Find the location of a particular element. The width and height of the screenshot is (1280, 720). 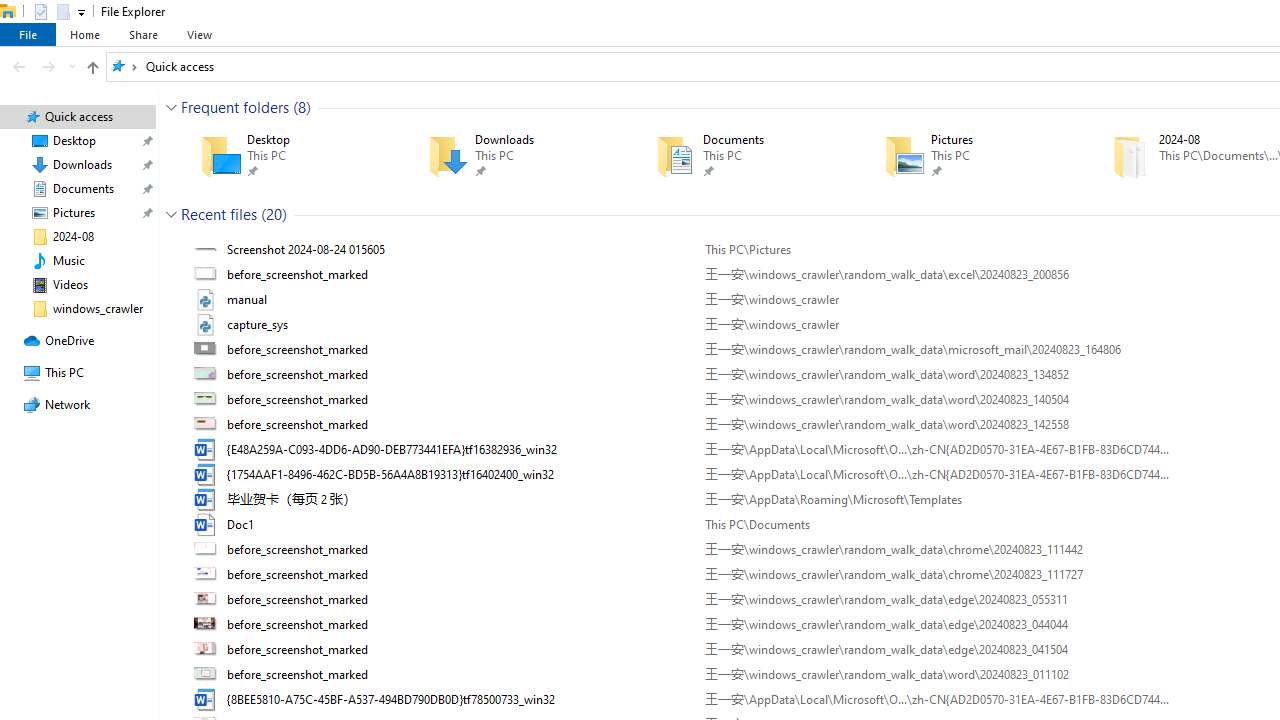

'Navigation buttons' is located at coordinates (42, 65).